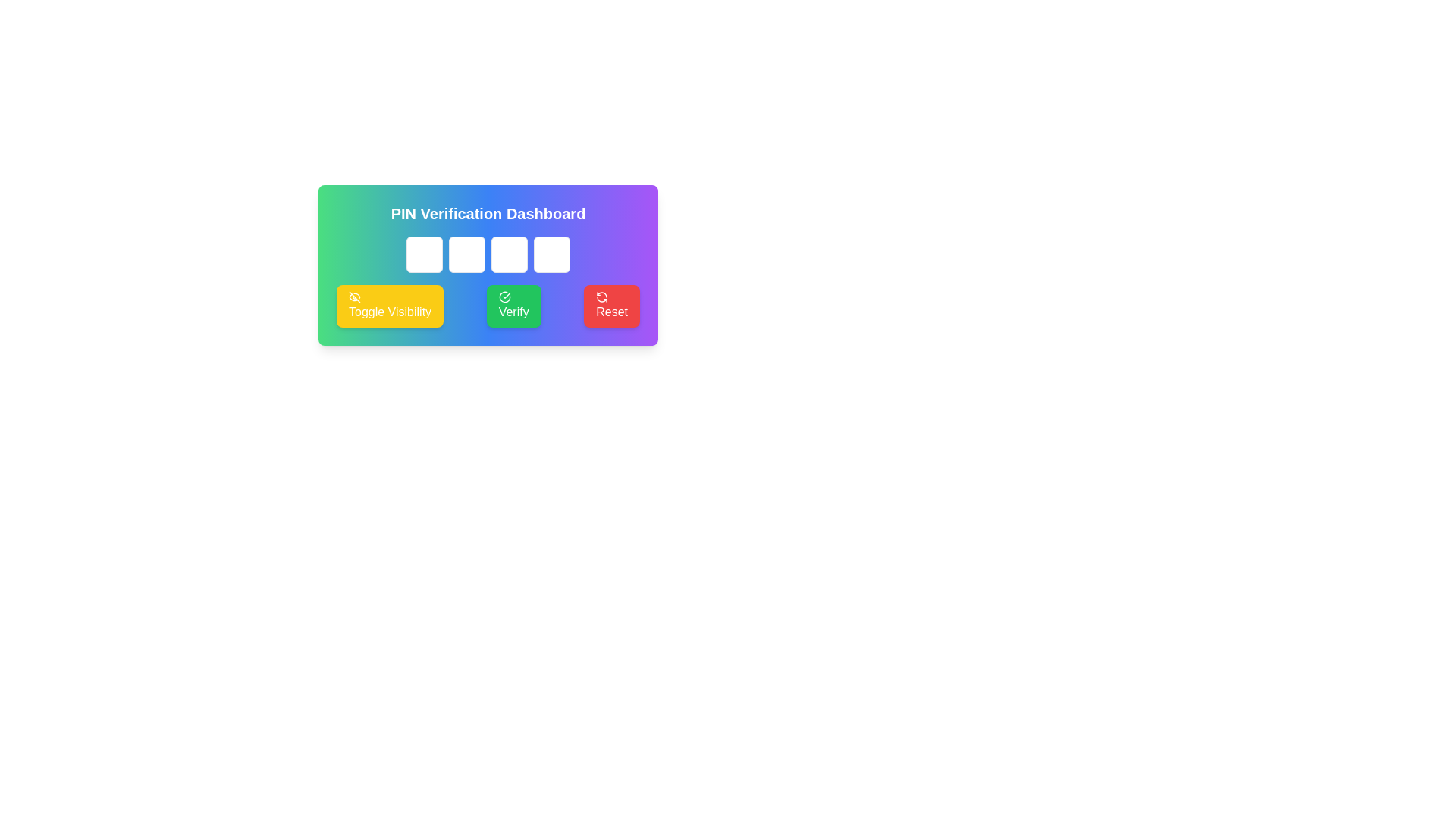 Image resolution: width=1456 pixels, height=819 pixels. What do you see at coordinates (488, 265) in the screenshot?
I see `any of the four white rectangular input boxes in the 'PIN Verification Dashboard'` at bounding box center [488, 265].